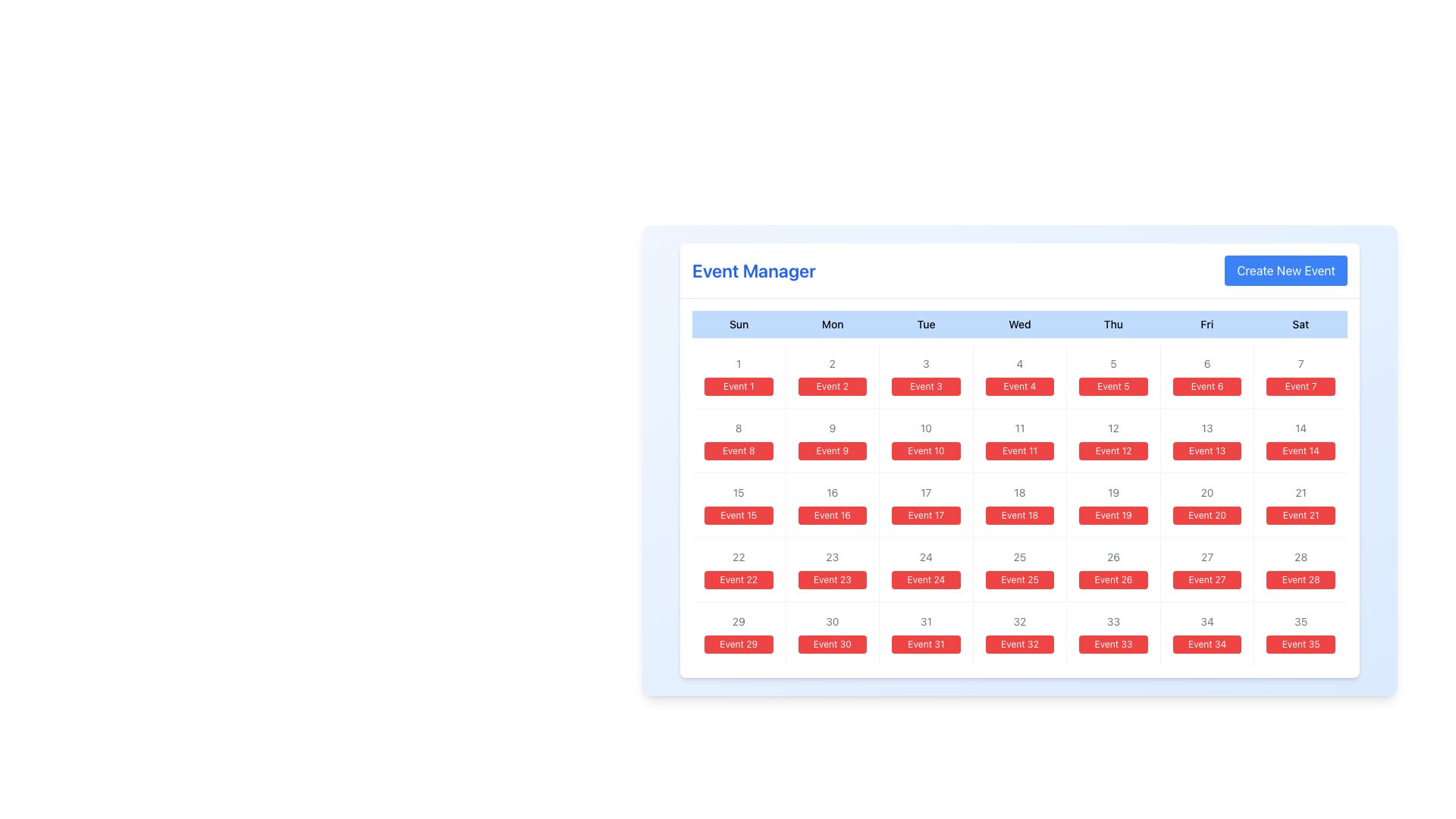 This screenshot has width=1456, height=819. I want to click on the day marker indicating the date '2', so click(831, 363).